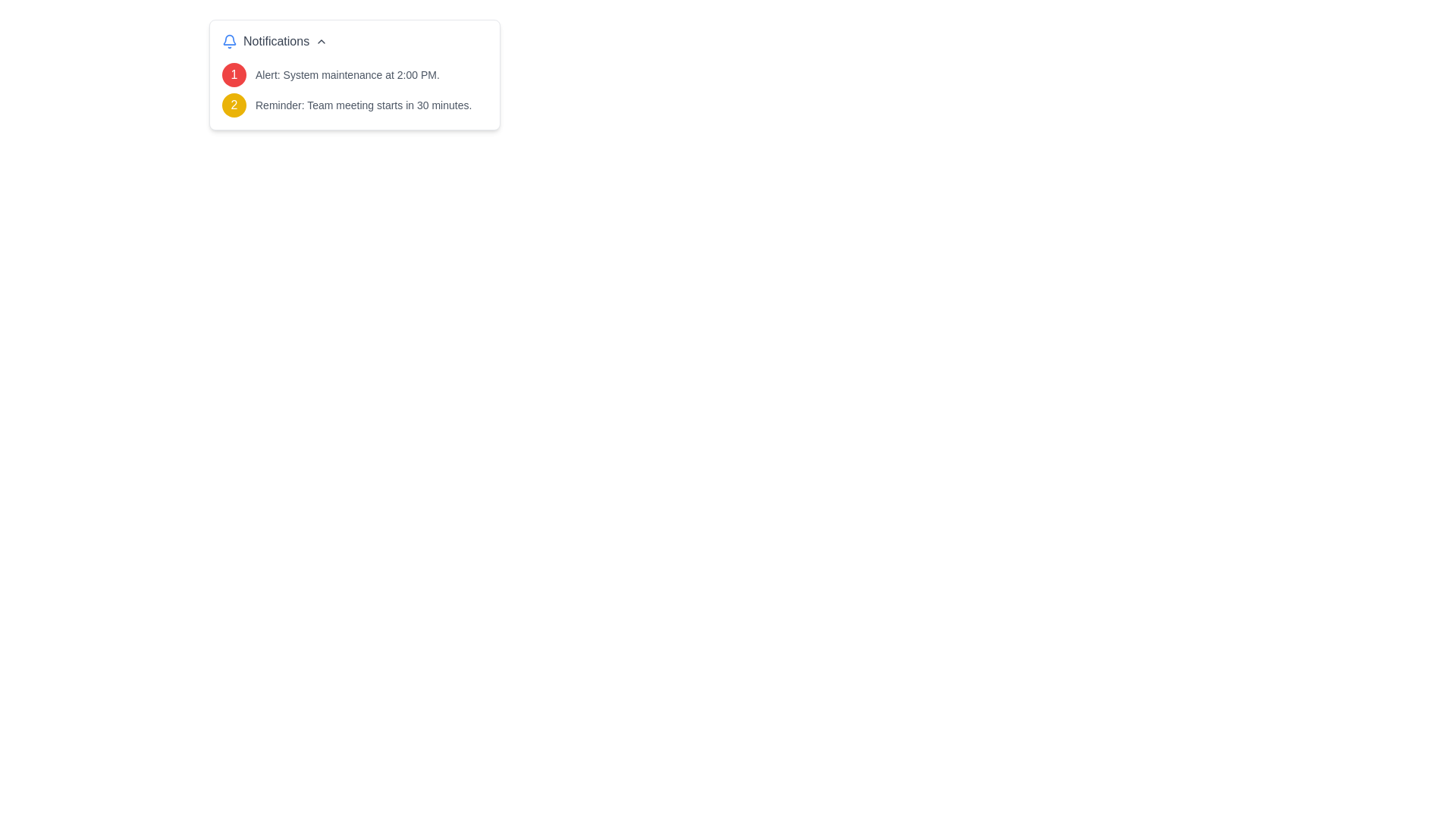  Describe the element at coordinates (353, 104) in the screenshot. I see `the second notification item that serves as a reminder for an upcoming team meeting, located below the system maintenance alert` at that location.